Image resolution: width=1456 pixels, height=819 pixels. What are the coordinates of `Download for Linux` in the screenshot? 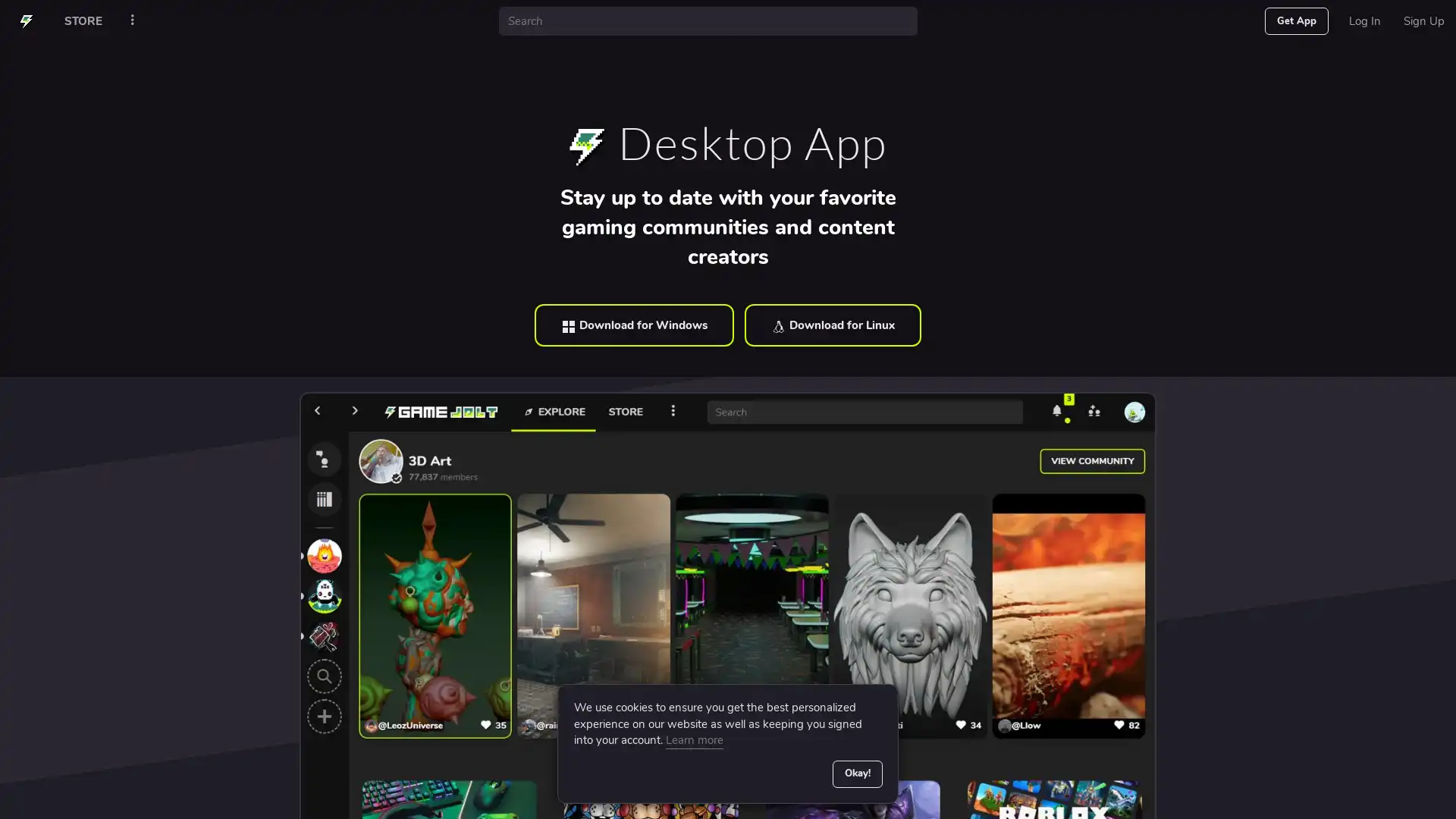 It's located at (832, 324).